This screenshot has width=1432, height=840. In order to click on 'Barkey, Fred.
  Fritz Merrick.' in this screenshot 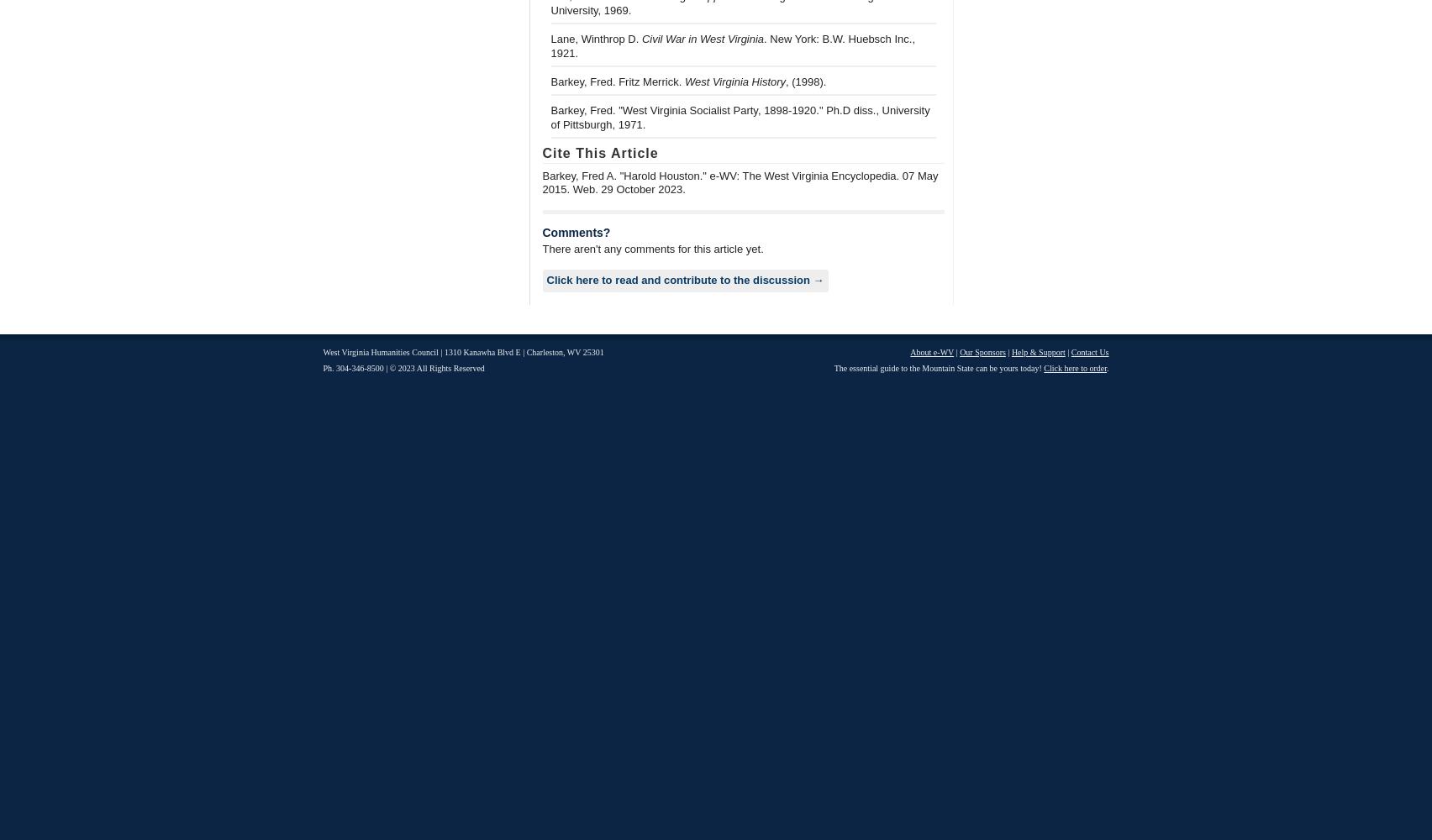, I will do `click(616, 80)`.